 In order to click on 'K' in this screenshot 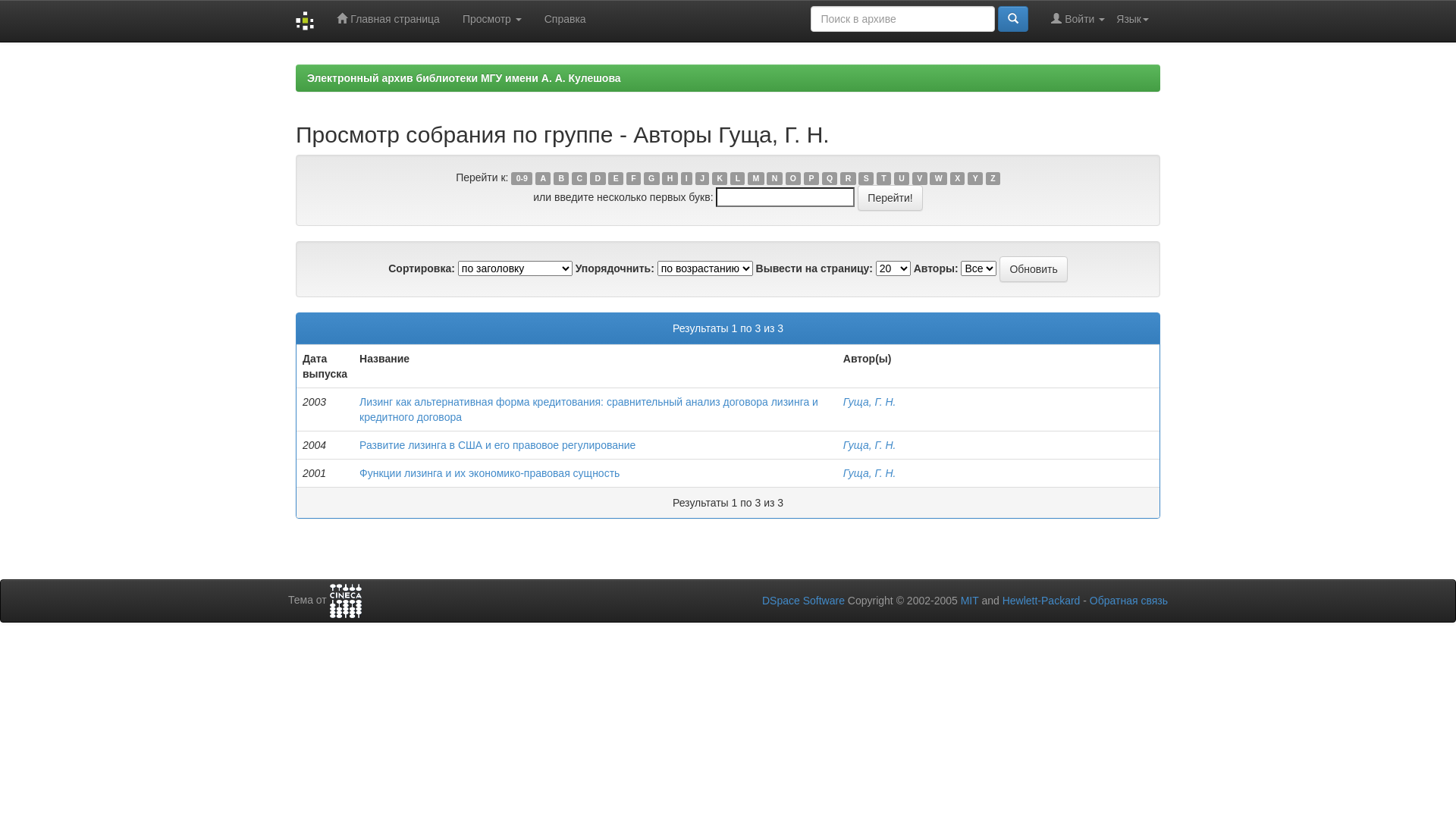, I will do `click(719, 177)`.